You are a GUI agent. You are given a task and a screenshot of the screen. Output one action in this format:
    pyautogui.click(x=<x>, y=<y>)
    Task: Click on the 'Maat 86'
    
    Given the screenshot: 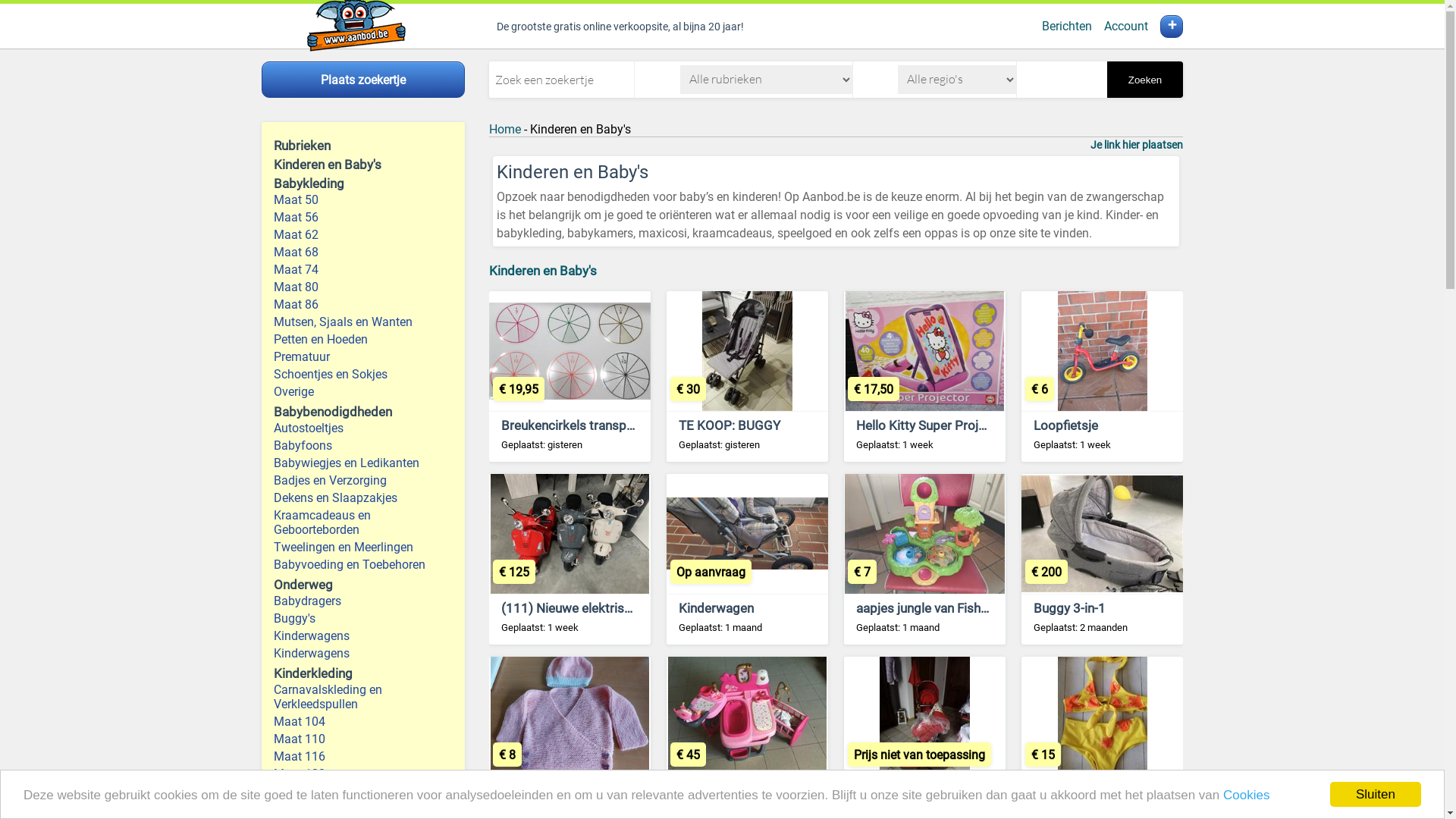 What is the action you would take?
    pyautogui.click(x=273, y=304)
    